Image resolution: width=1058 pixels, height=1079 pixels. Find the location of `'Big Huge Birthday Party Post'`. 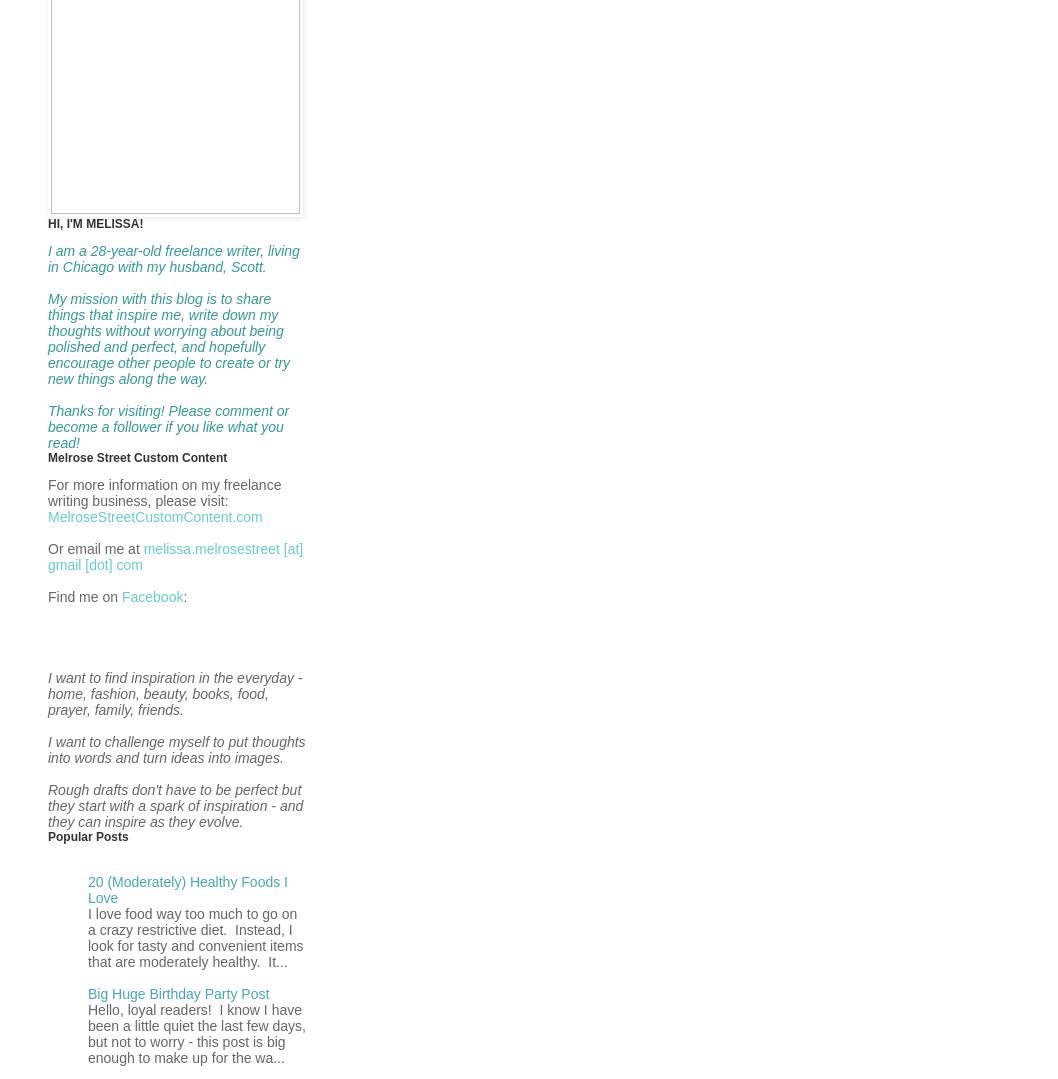

'Big Huge Birthday Party Post' is located at coordinates (88, 992).